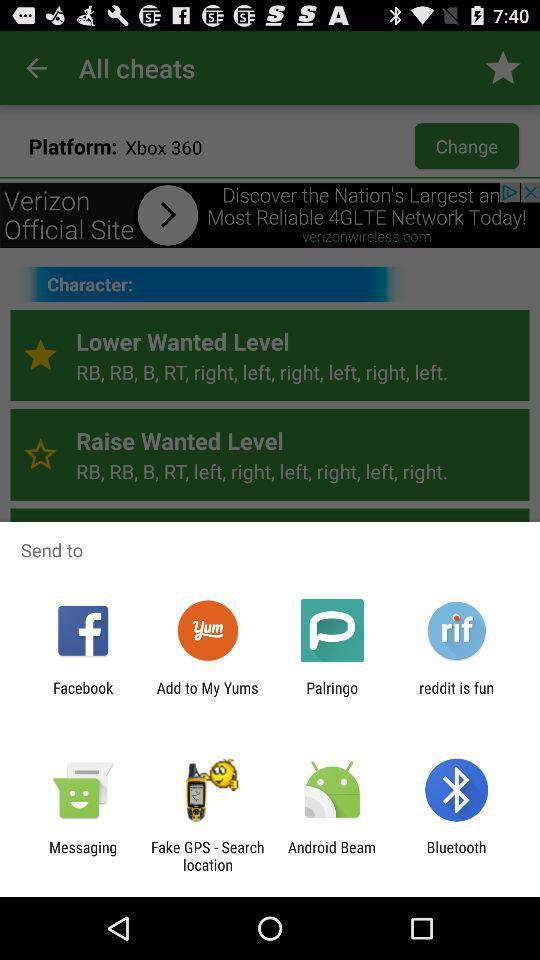  Describe the element at coordinates (332, 696) in the screenshot. I see `item next to reddit is fun` at that location.